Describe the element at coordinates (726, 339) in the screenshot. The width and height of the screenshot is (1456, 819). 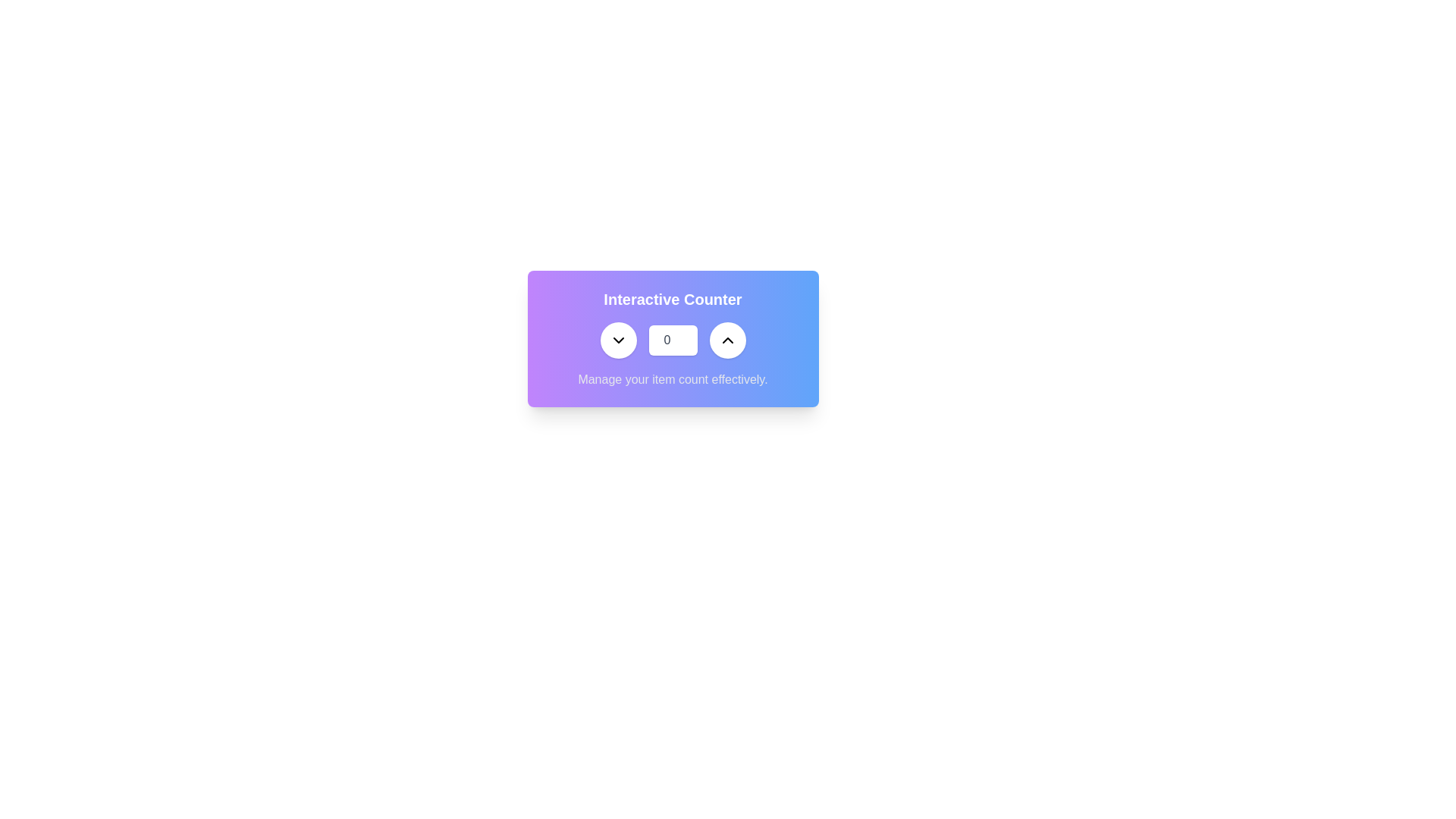
I see `the increment button with a chevron icon located to the right of the central numeric display in the 'Interactive Counter' card to increase the displayed value` at that location.